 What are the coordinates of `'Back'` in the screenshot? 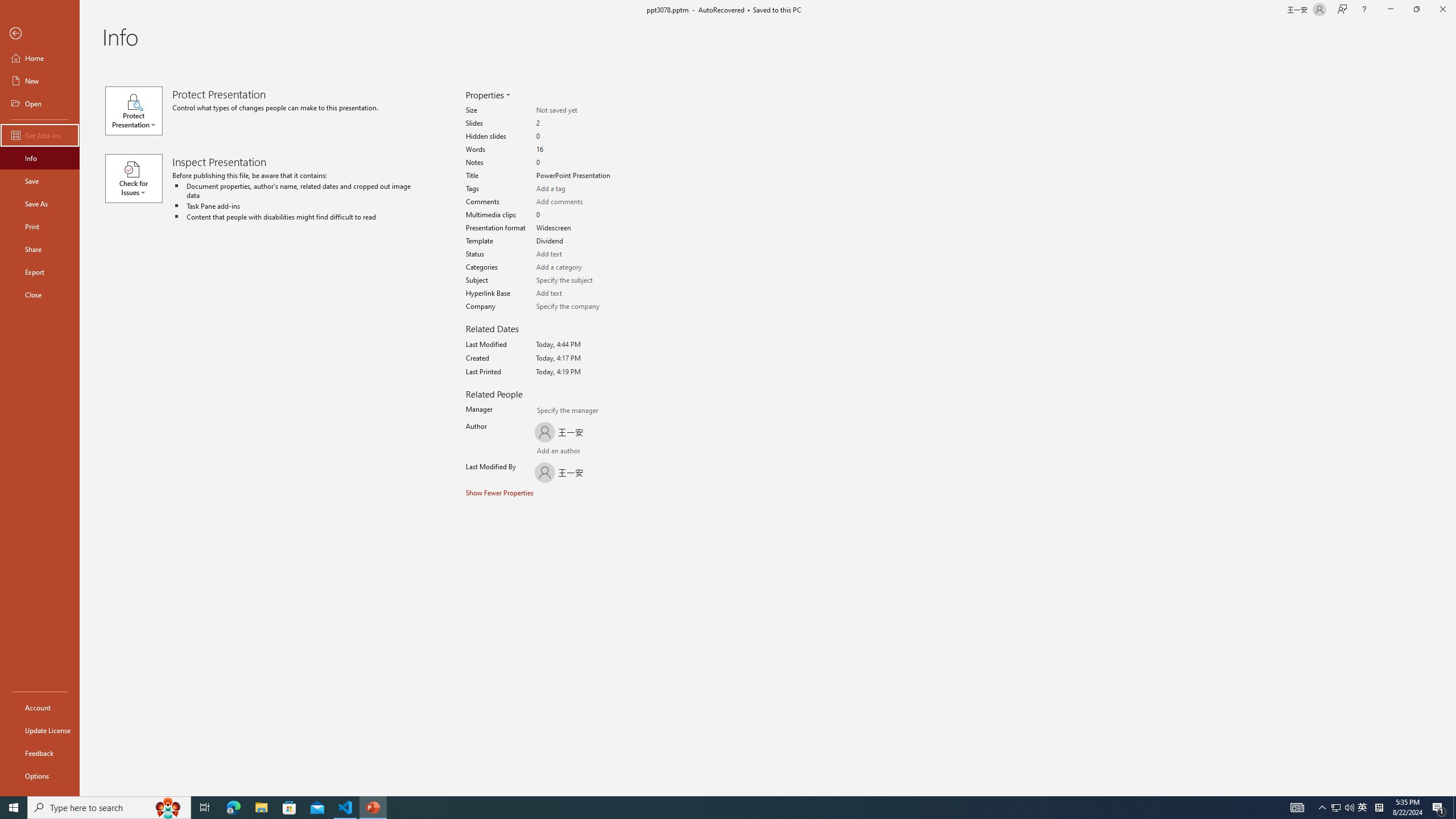 It's located at (39, 33).